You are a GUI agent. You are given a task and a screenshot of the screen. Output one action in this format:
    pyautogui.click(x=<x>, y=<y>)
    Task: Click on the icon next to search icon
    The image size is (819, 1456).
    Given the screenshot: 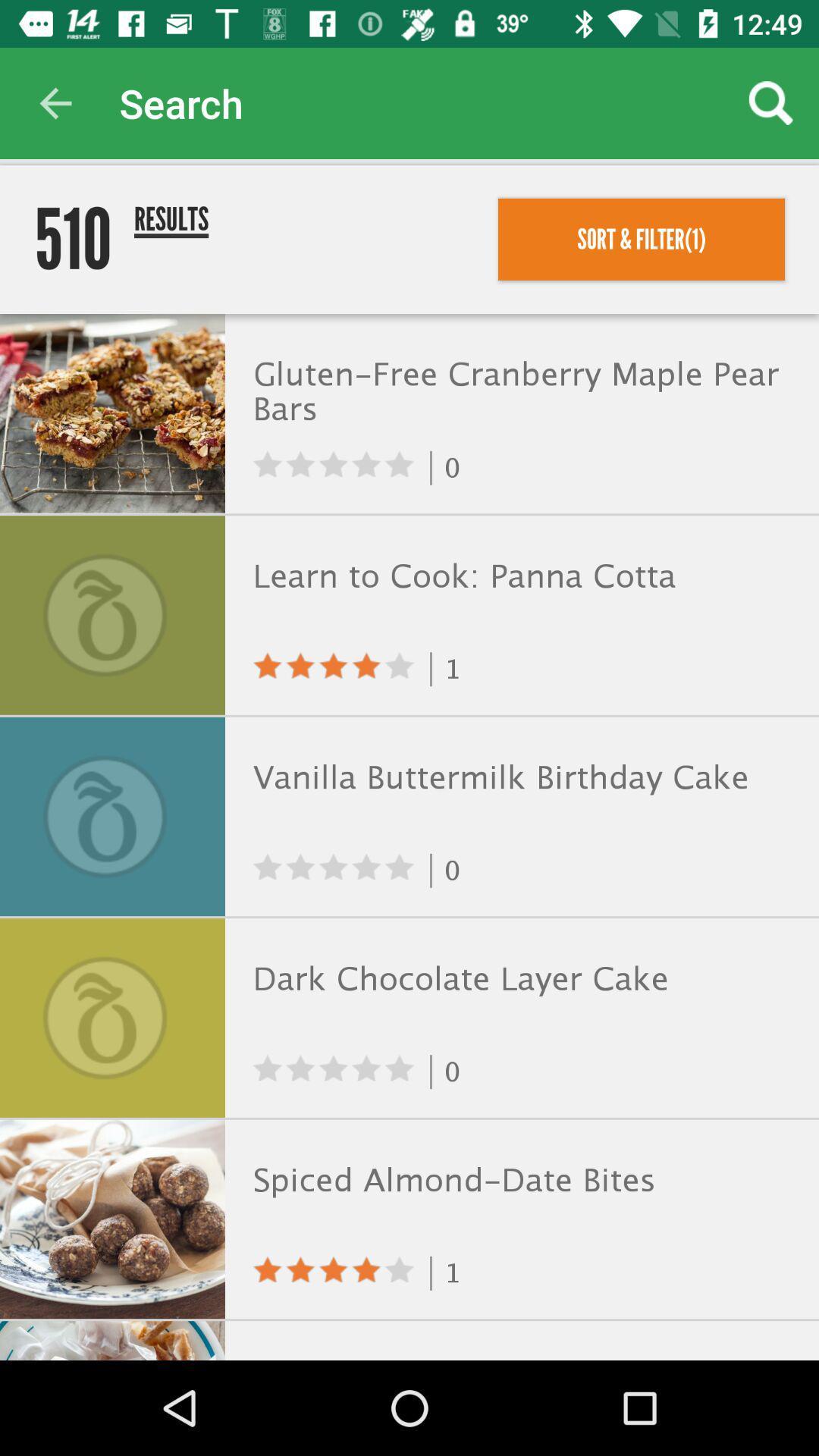 What is the action you would take?
    pyautogui.click(x=55, y=102)
    